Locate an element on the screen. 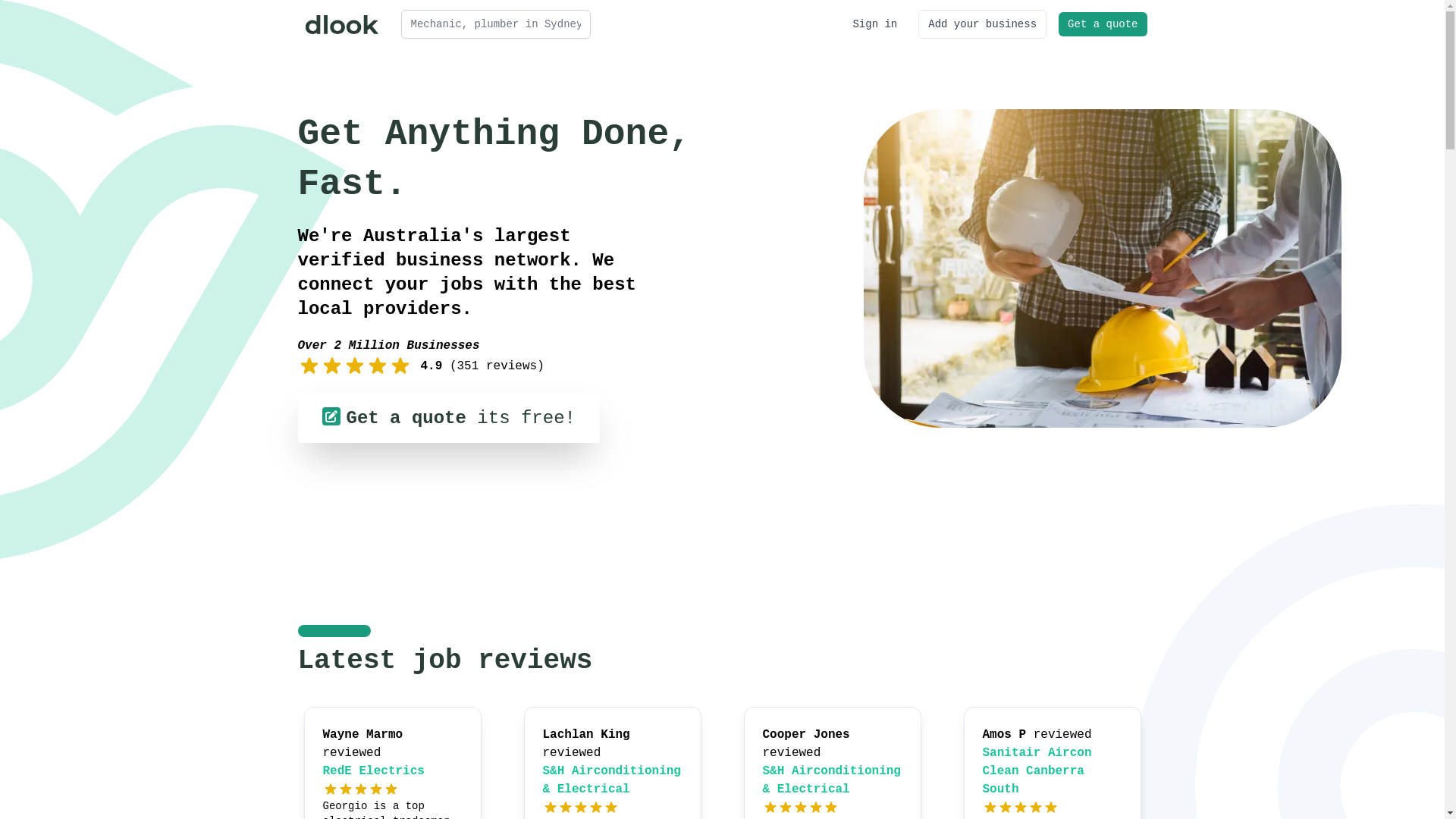 This screenshot has width=1456, height=819. 'Add your business' is located at coordinates (917, 24).